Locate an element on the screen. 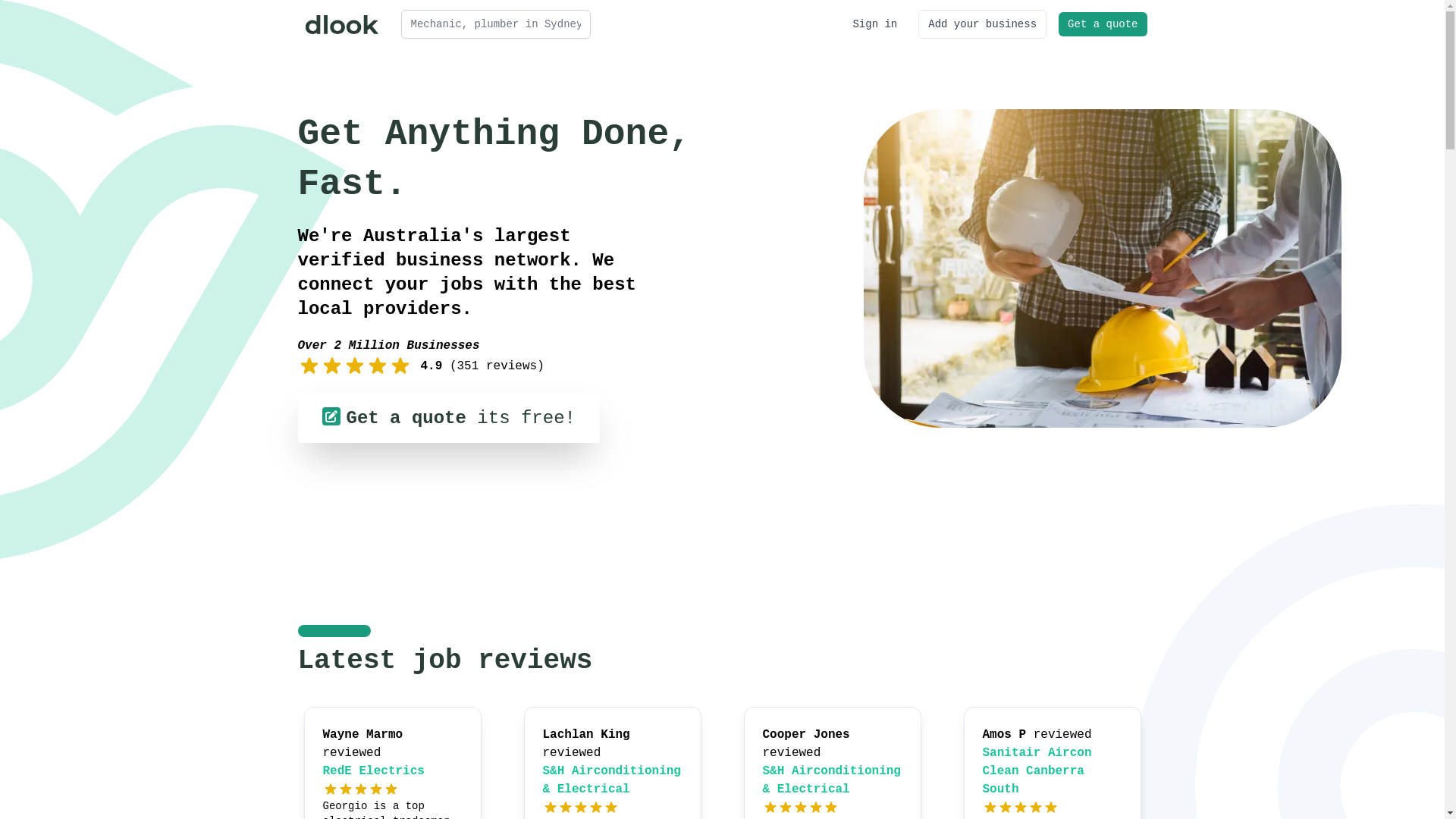 This screenshot has width=1456, height=819. 'Add your business' is located at coordinates (917, 24).